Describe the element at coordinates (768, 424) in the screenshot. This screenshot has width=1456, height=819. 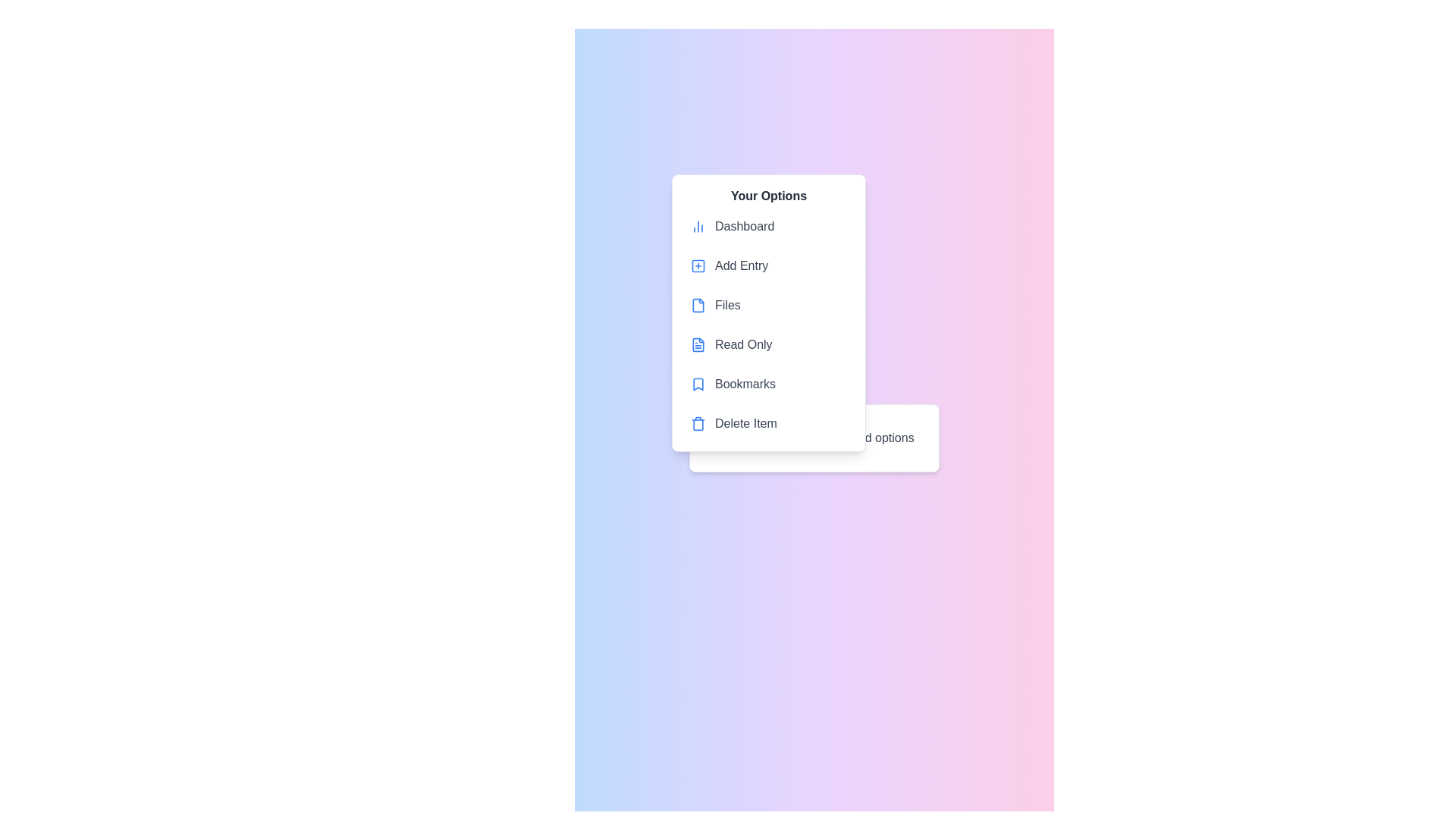
I see `the menu item labeled 'Delete Item' in the context menu` at that location.